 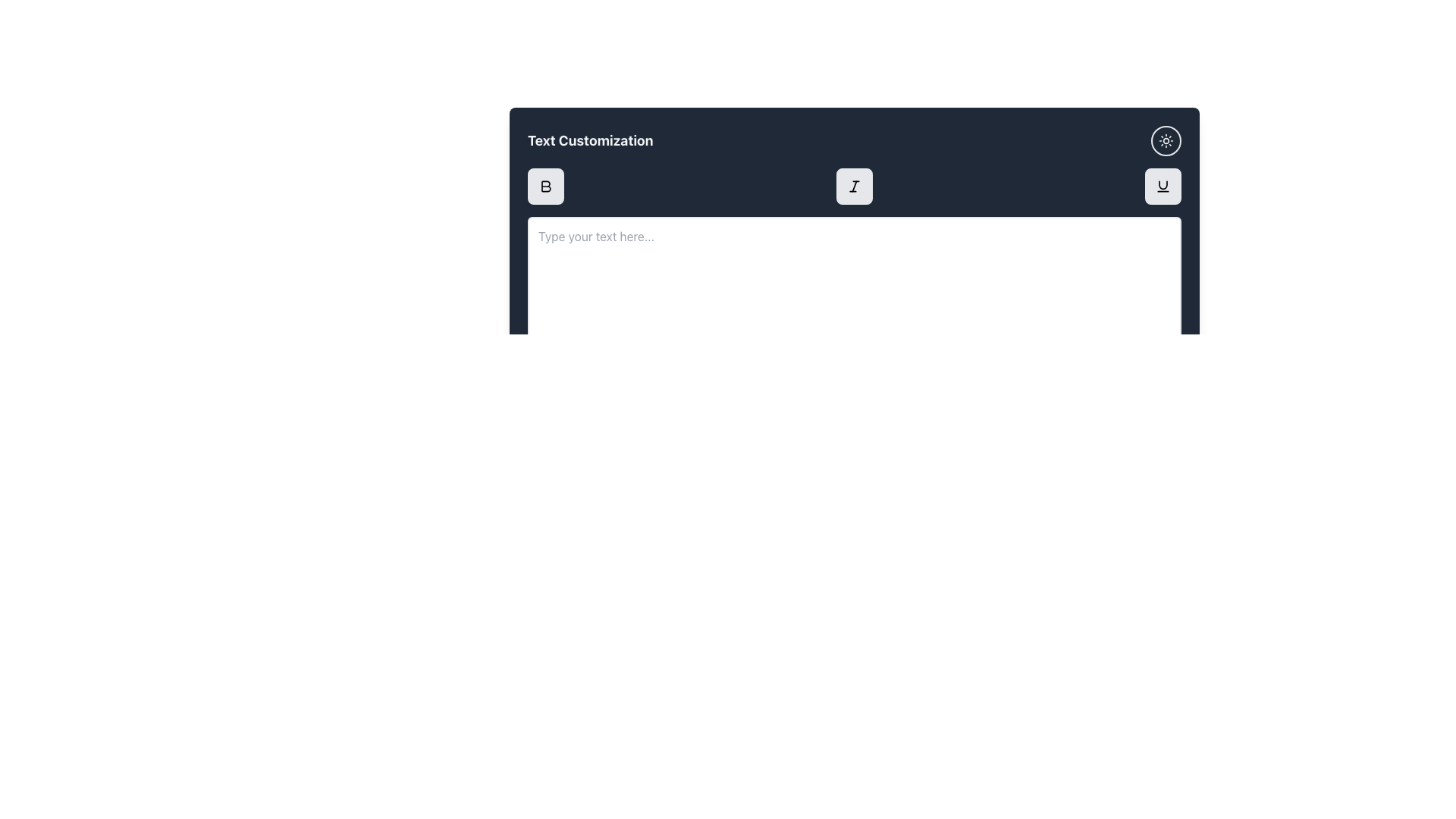 I want to click on the second button from the left in the text customization toolbar at the top of the interface, so click(x=855, y=186).